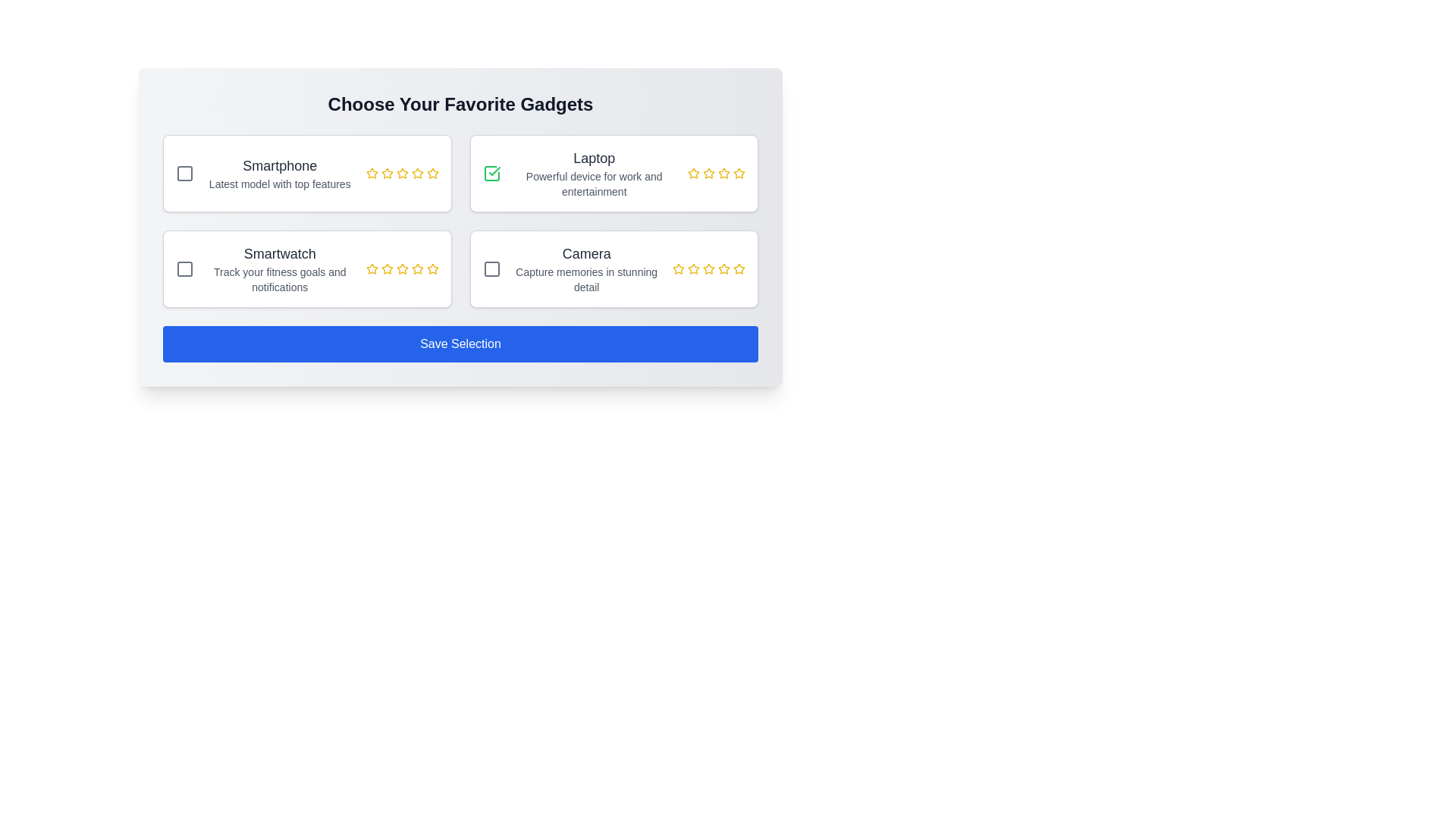 The image size is (1456, 819). I want to click on the second star icon in the rating system of the 'Camera' card, so click(693, 268).